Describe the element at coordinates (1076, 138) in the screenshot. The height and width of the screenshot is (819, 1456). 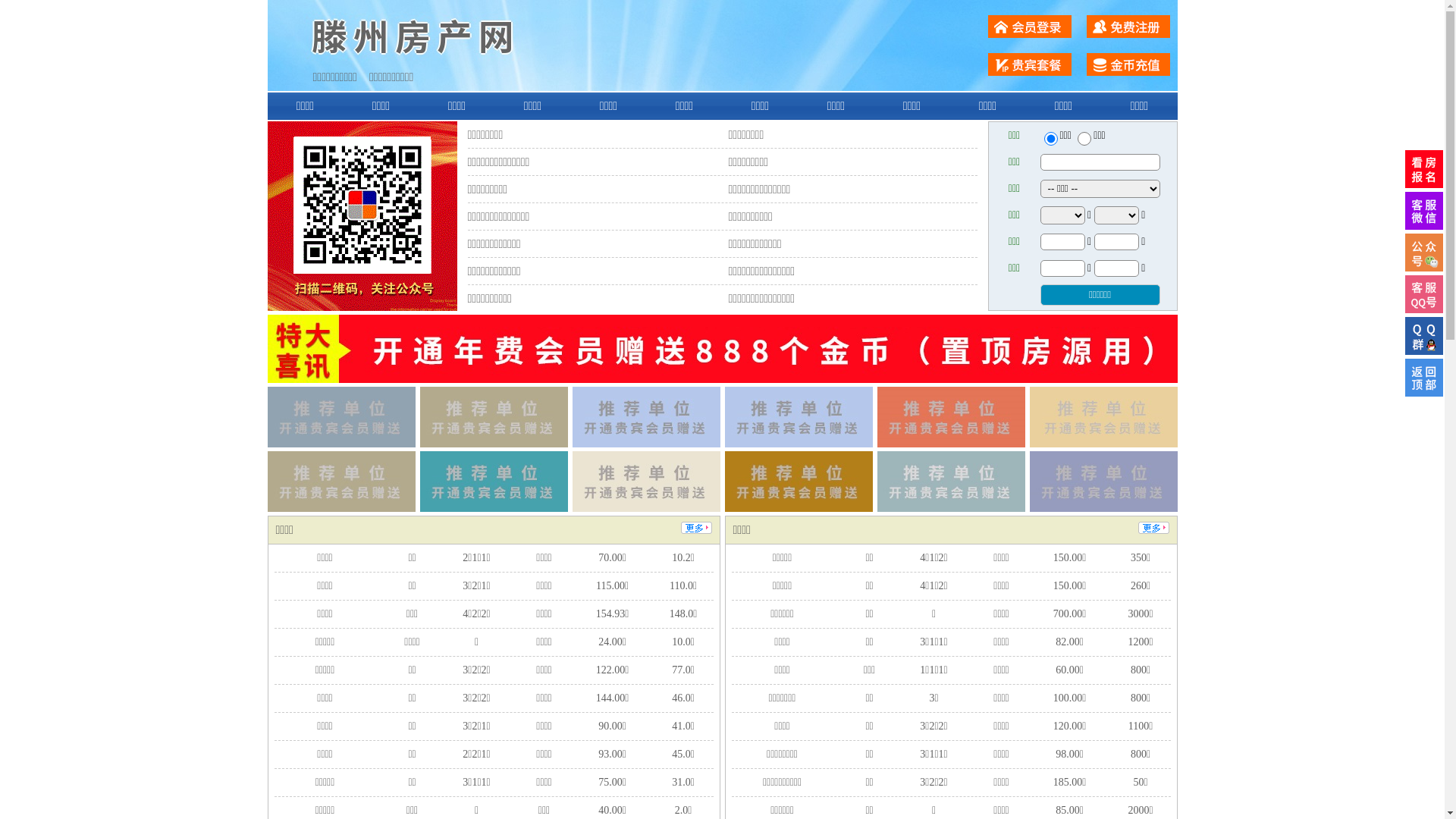
I see `'chuzu'` at that location.